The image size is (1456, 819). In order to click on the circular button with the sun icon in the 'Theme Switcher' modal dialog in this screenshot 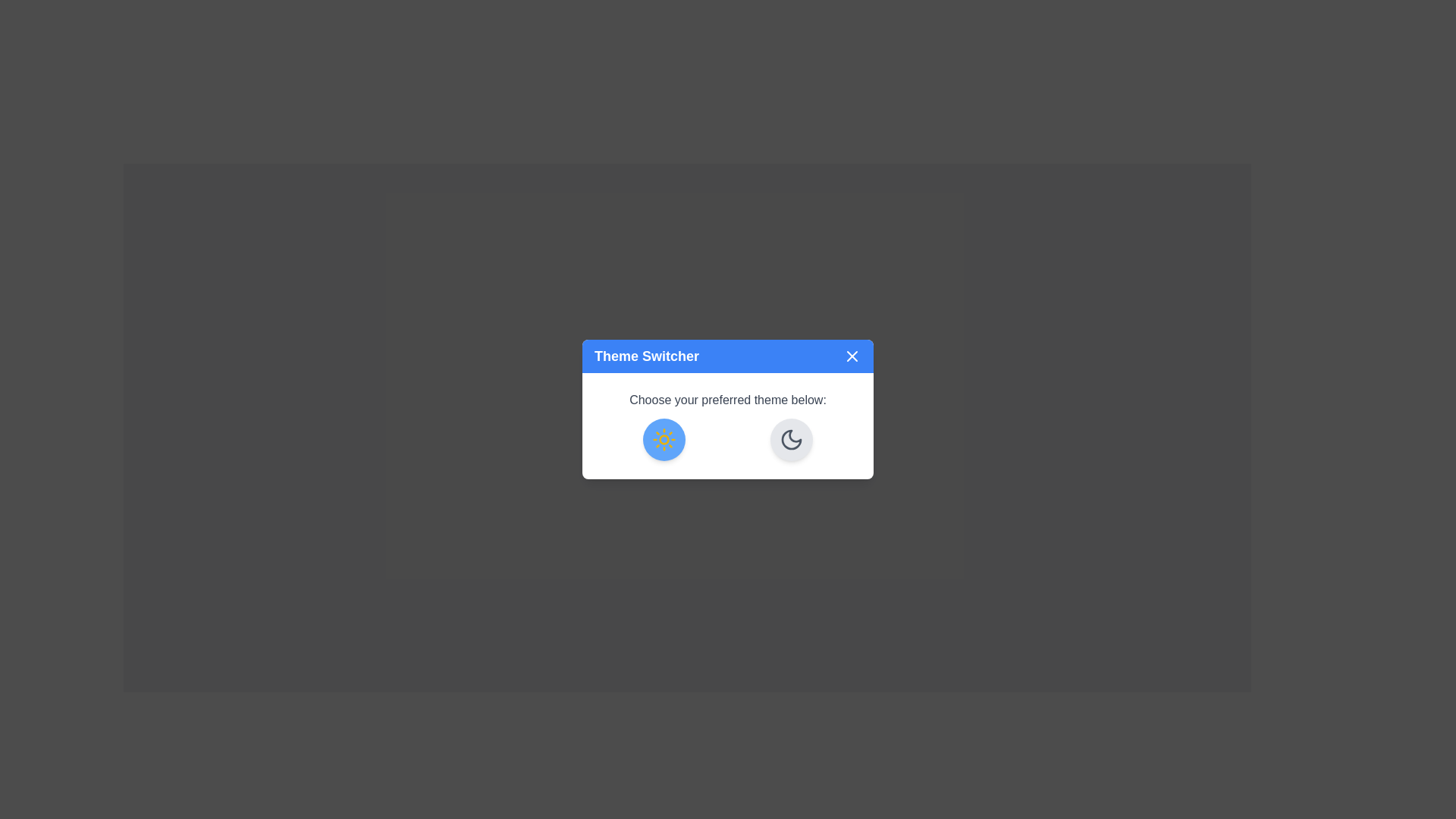, I will do `click(728, 409)`.